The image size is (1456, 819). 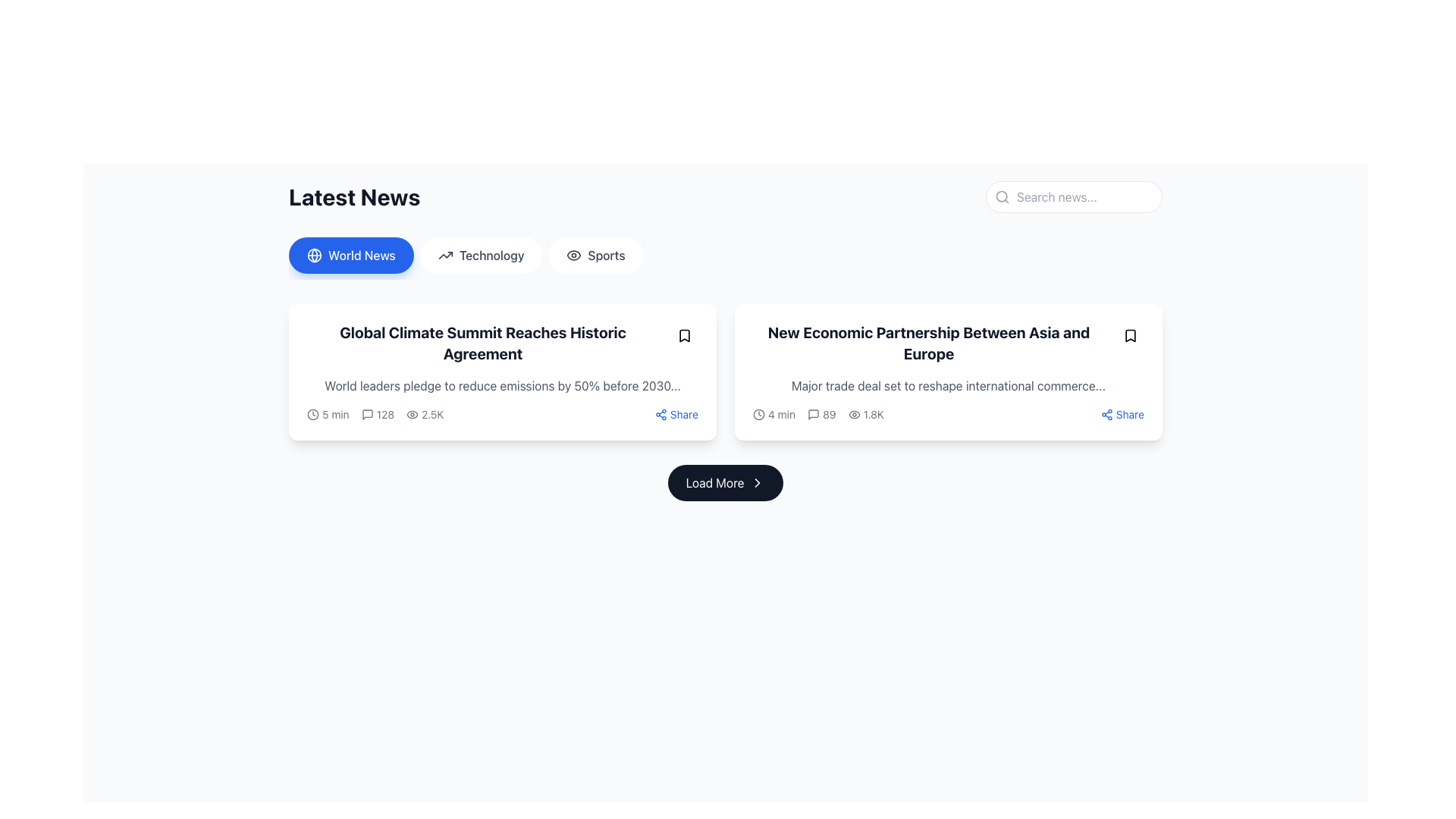 I want to click on the headline text element located in the 'World News' section, which summarizes the primary topic of the news article, so click(x=502, y=343).